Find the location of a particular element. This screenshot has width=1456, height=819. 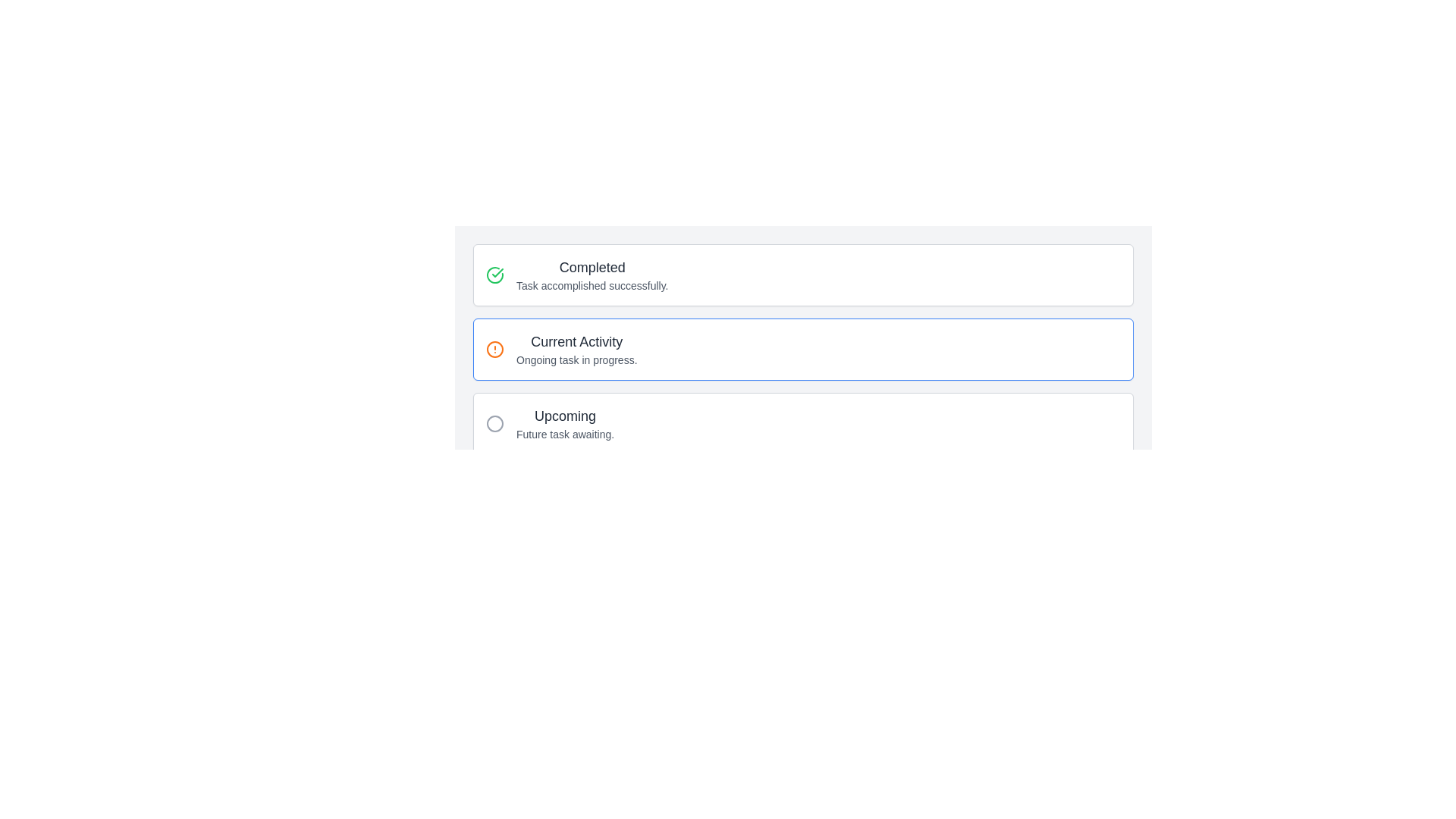

the static text element that reads 'Future task awaiting.' located below the 'Upcoming' text in gray color is located at coordinates (564, 435).